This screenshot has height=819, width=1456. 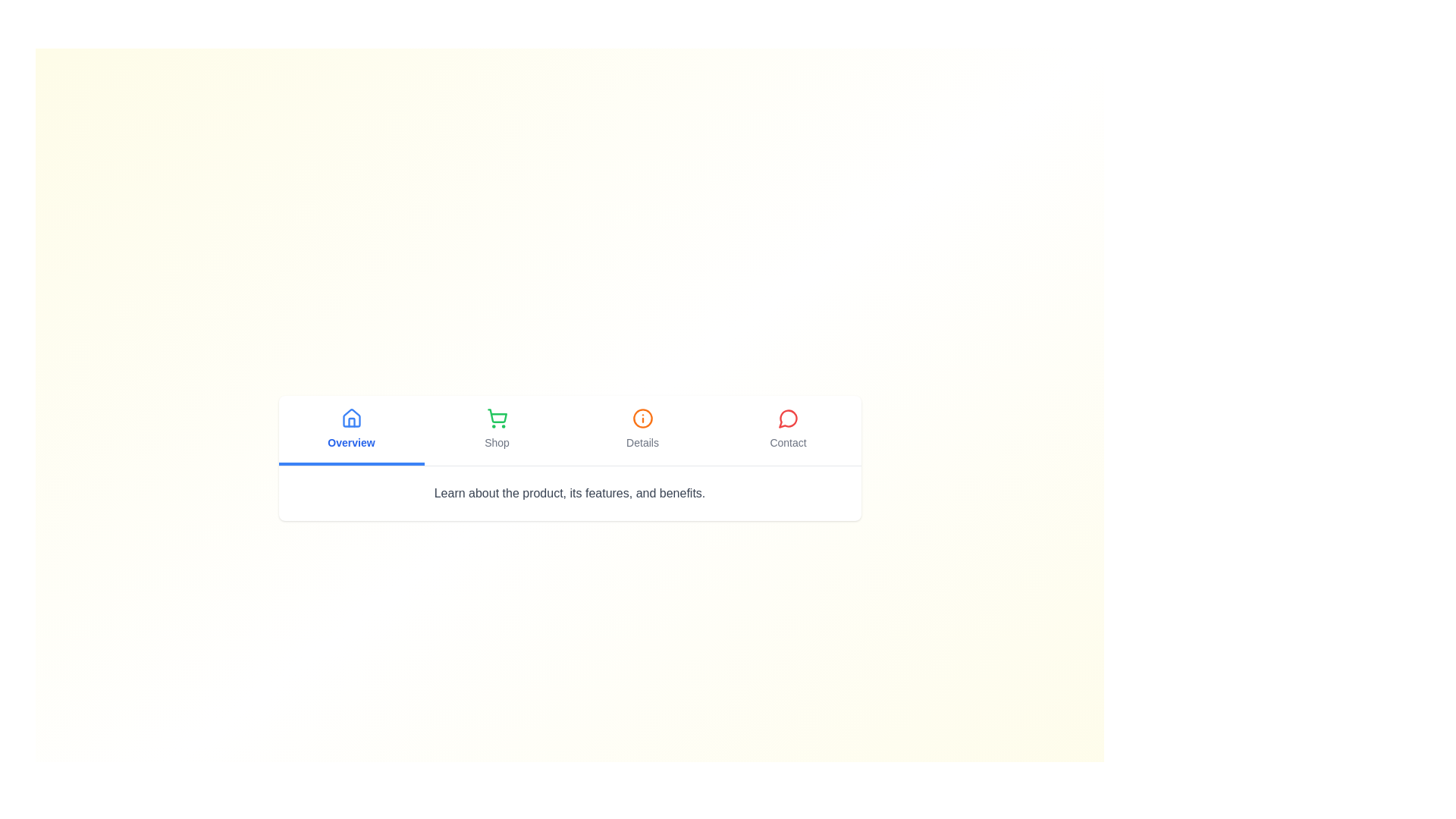 What do you see at coordinates (497, 430) in the screenshot?
I see `the Shop tab to observe its hover effect` at bounding box center [497, 430].